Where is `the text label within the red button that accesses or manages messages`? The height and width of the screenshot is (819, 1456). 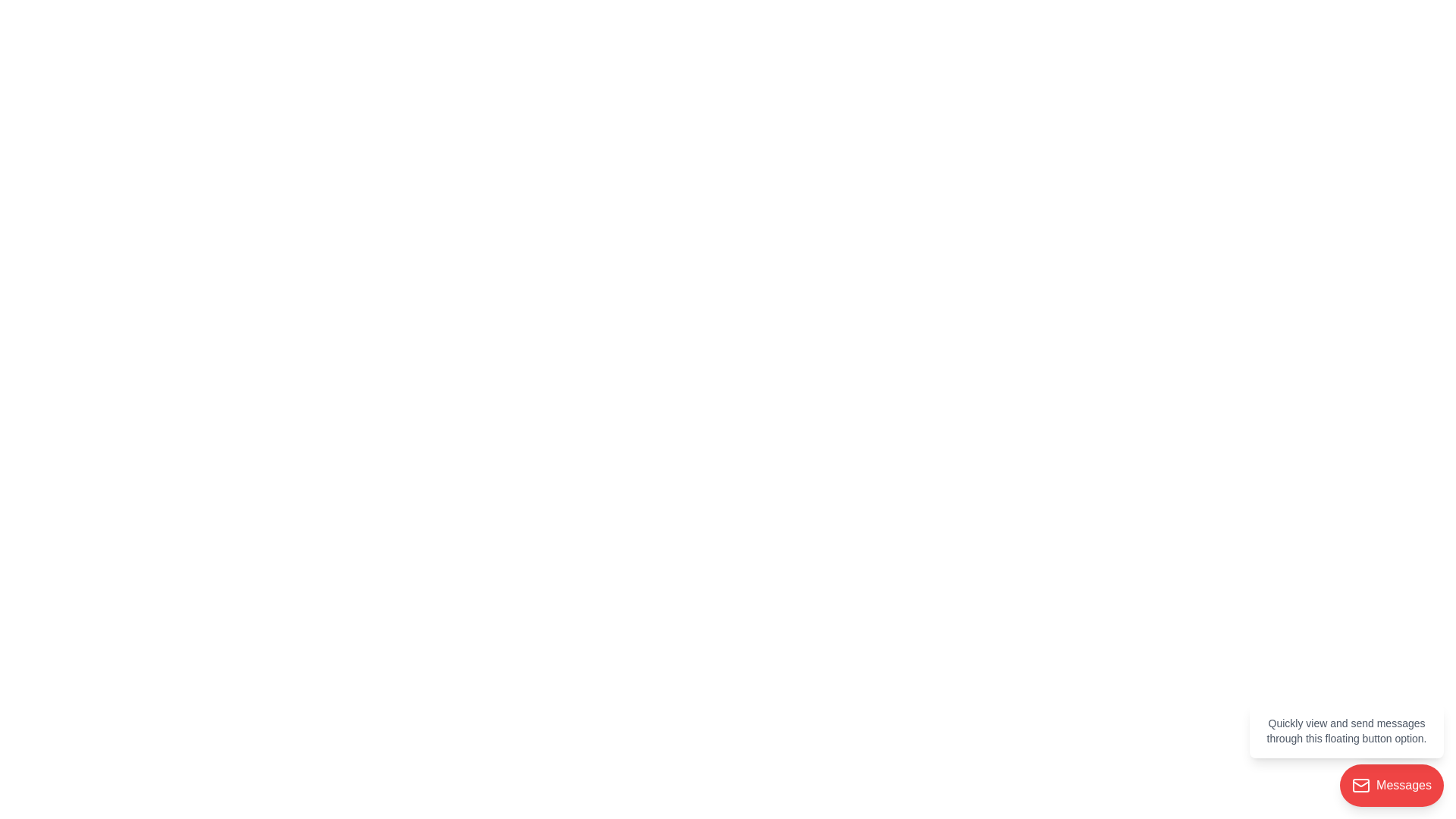 the text label within the red button that accesses or manages messages is located at coordinates (1403, 785).